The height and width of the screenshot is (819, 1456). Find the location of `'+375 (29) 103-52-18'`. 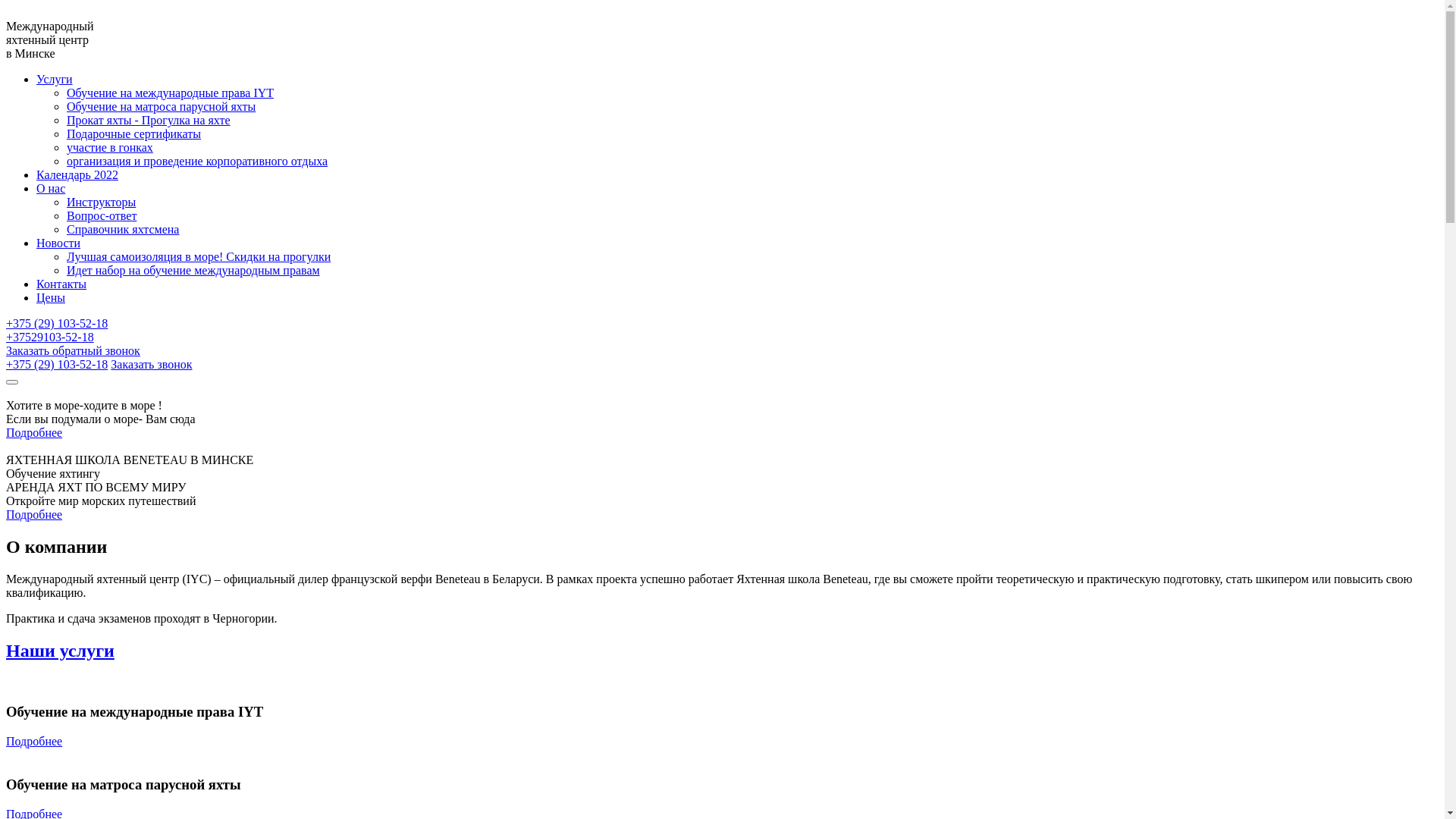

'+375 (29) 103-52-18' is located at coordinates (57, 364).